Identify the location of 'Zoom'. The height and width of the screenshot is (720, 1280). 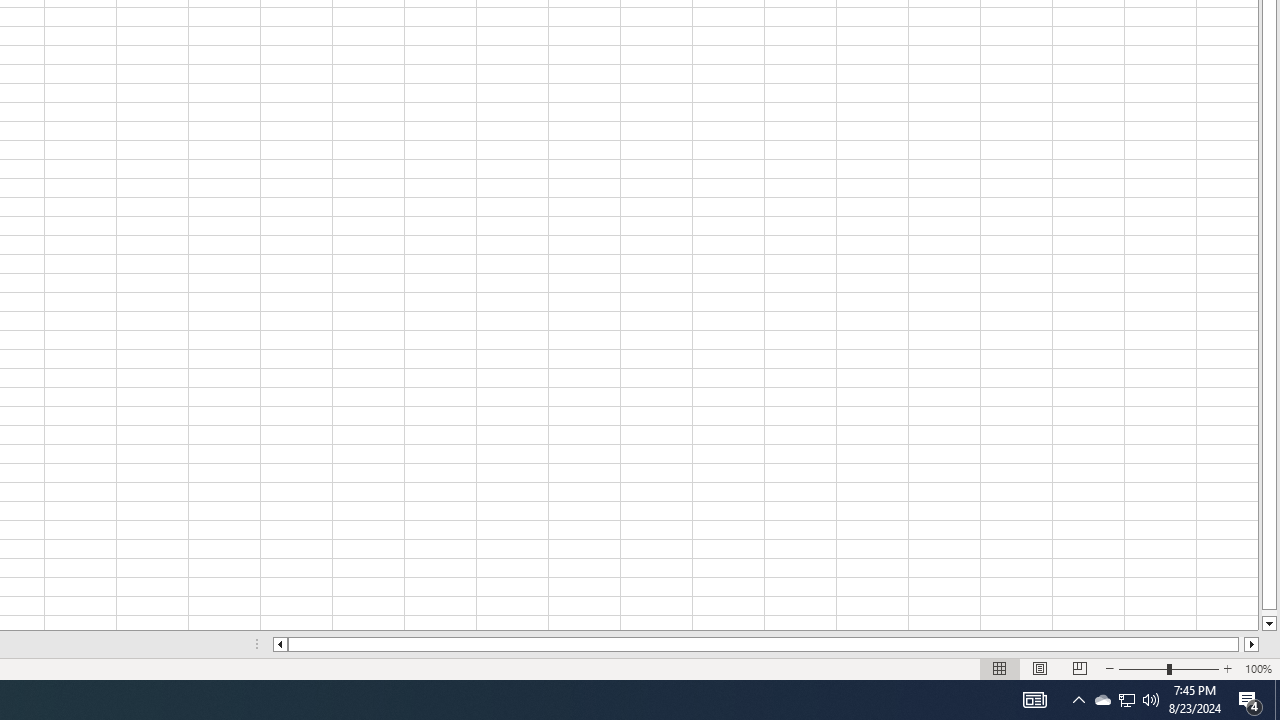
(1168, 669).